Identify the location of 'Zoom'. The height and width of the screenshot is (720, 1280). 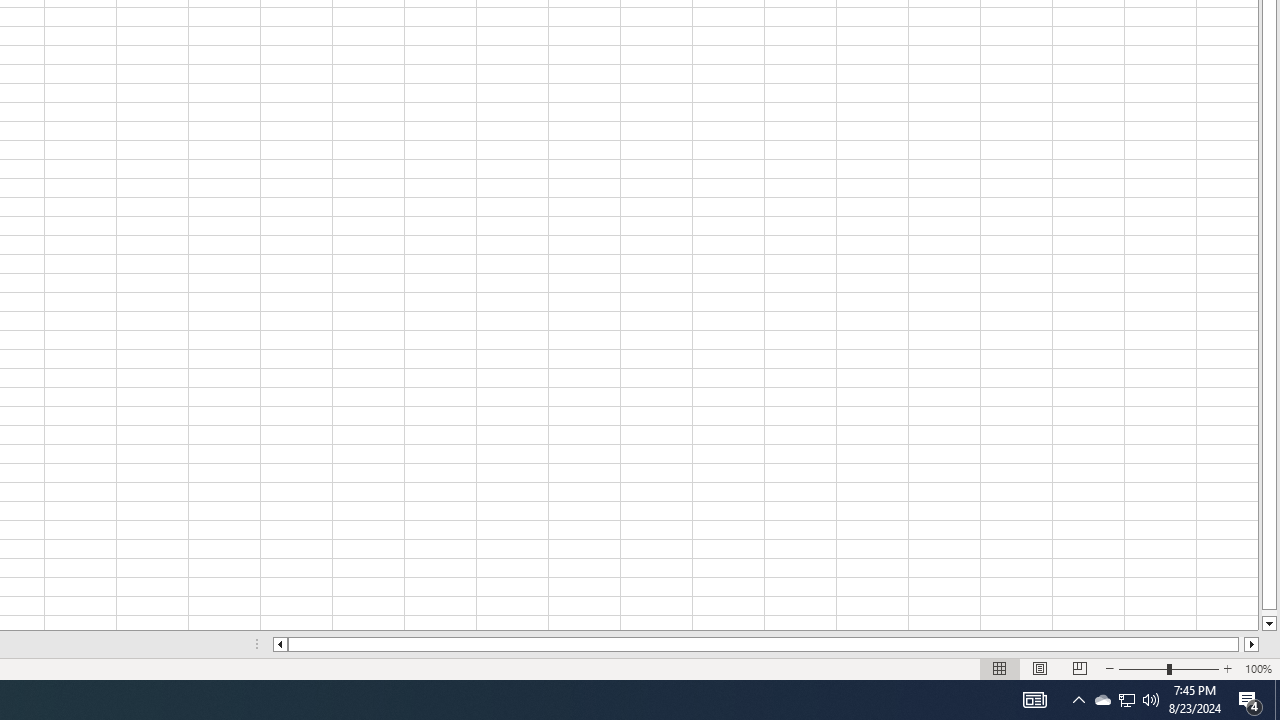
(1168, 669).